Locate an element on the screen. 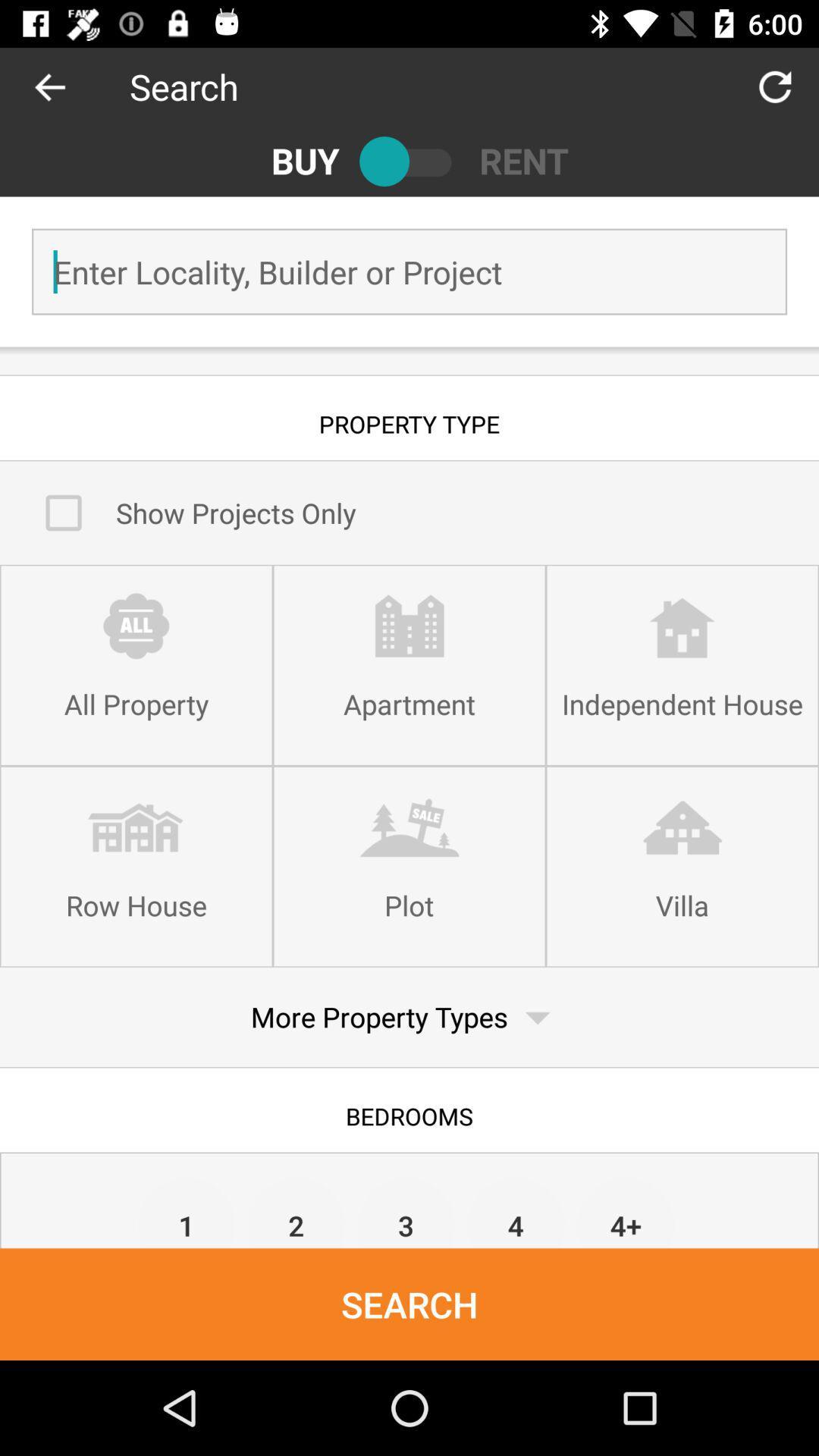  item below bedrooms item is located at coordinates (405, 1211).